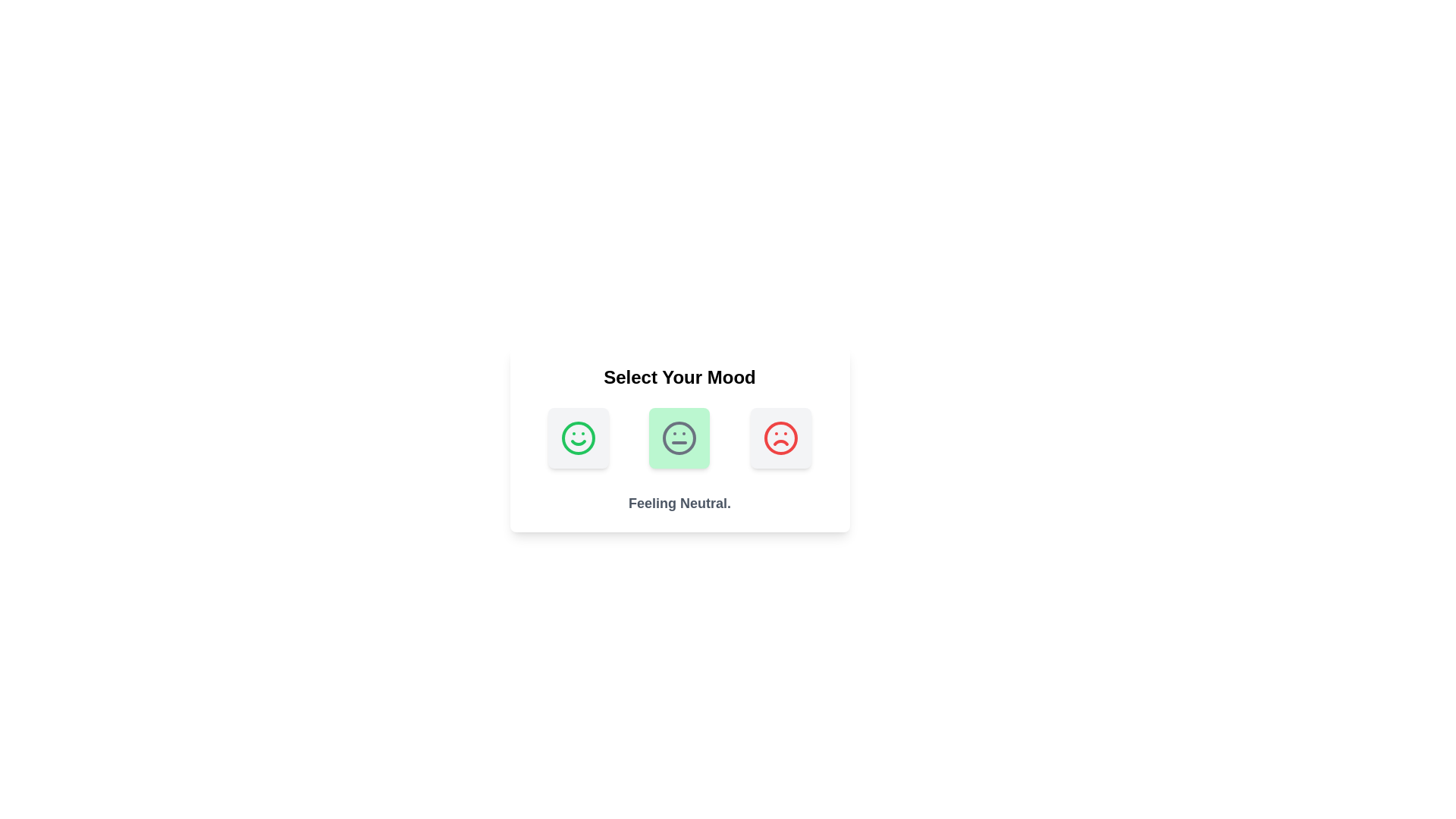 The height and width of the screenshot is (819, 1456). Describe the element at coordinates (780, 438) in the screenshot. I see `the rightmost mood selection button featuring a red frowning face icon` at that location.